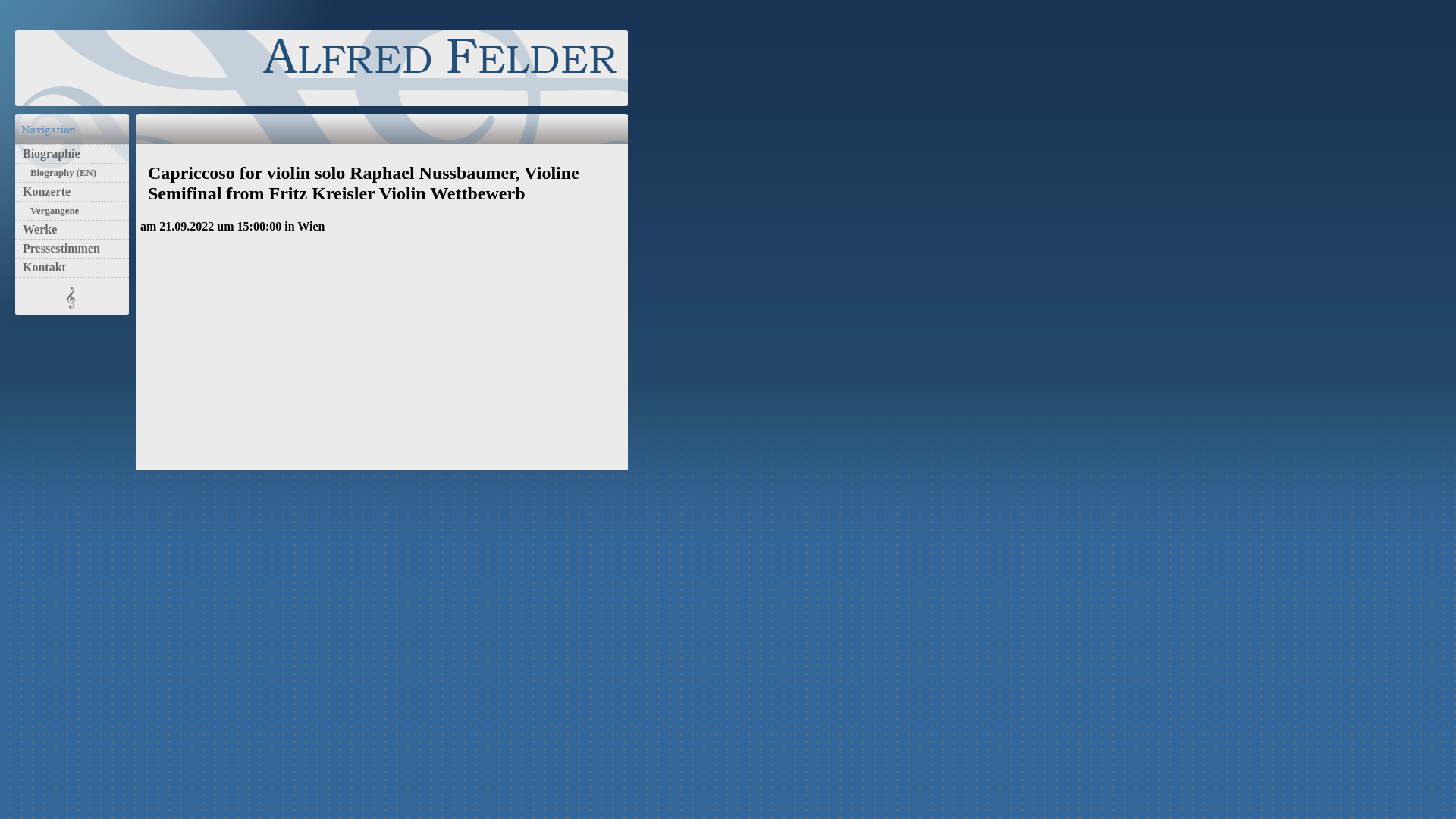 Image resolution: width=1456 pixels, height=819 pixels. What do you see at coordinates (36, 229) in the screenshot?
I see `'Werke'` at bounding box center [36, 229].